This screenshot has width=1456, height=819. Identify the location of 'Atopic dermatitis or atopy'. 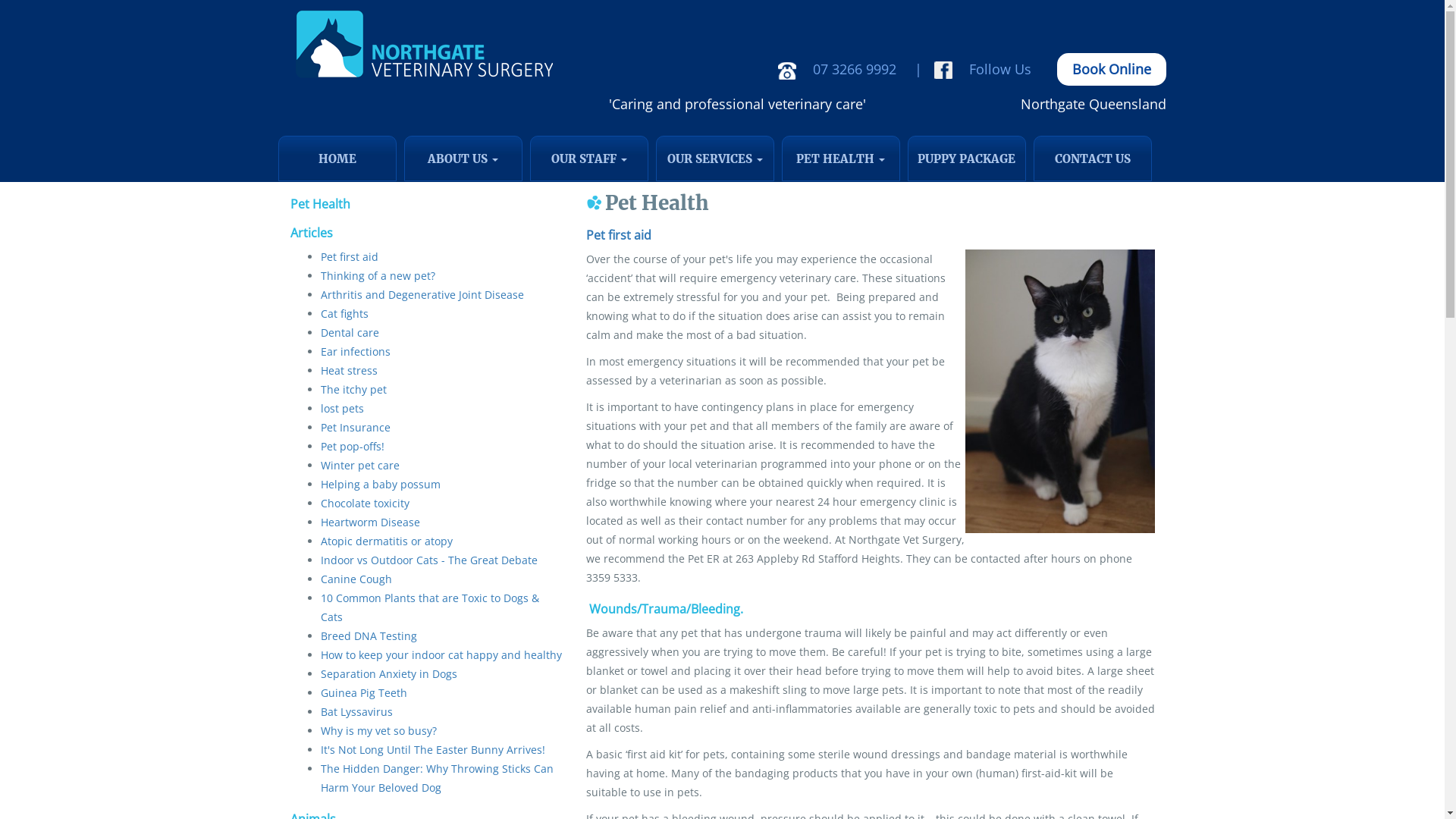
(385, 540).